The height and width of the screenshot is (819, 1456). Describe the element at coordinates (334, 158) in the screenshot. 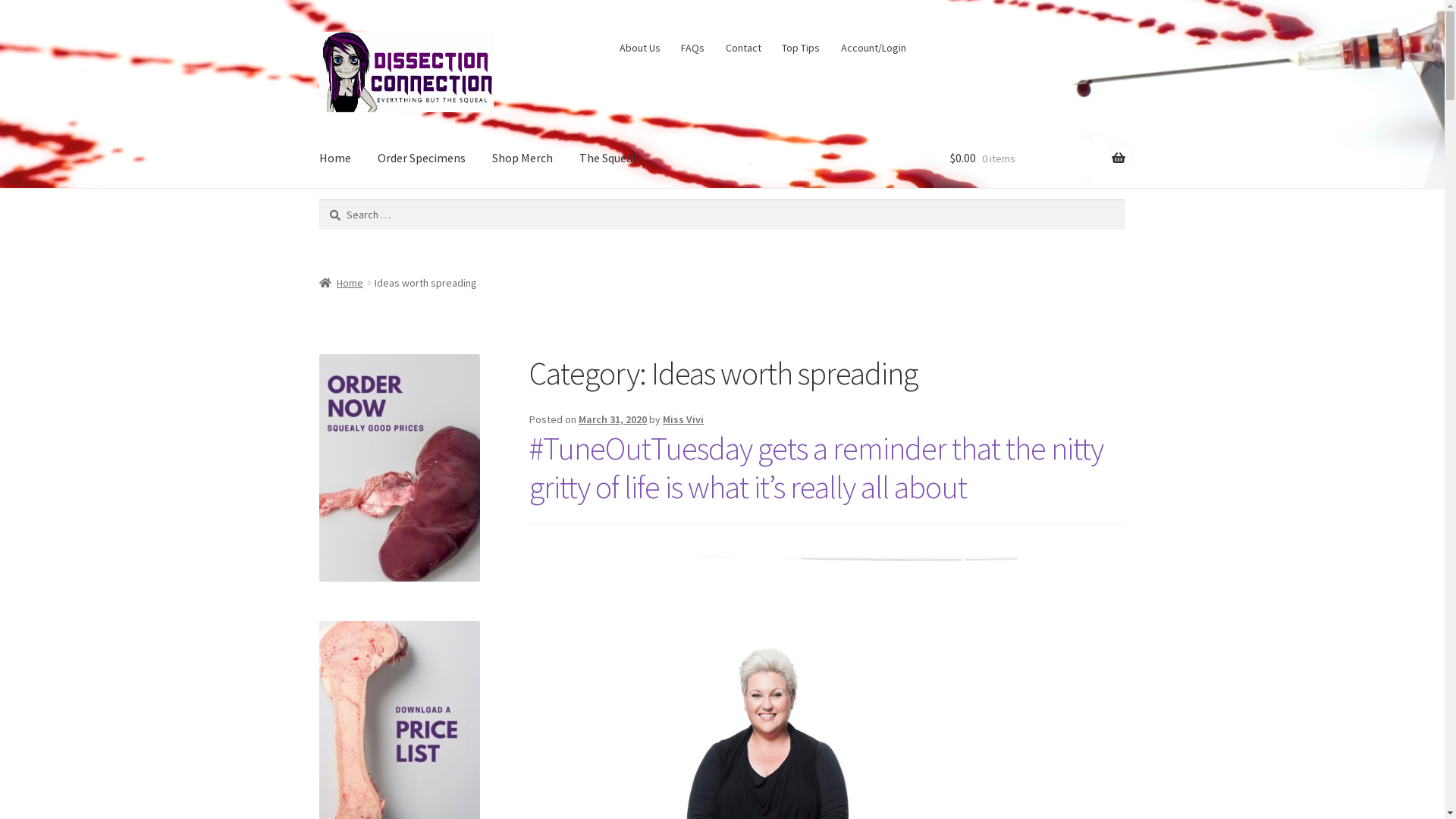

I see `'Home'` at that location.